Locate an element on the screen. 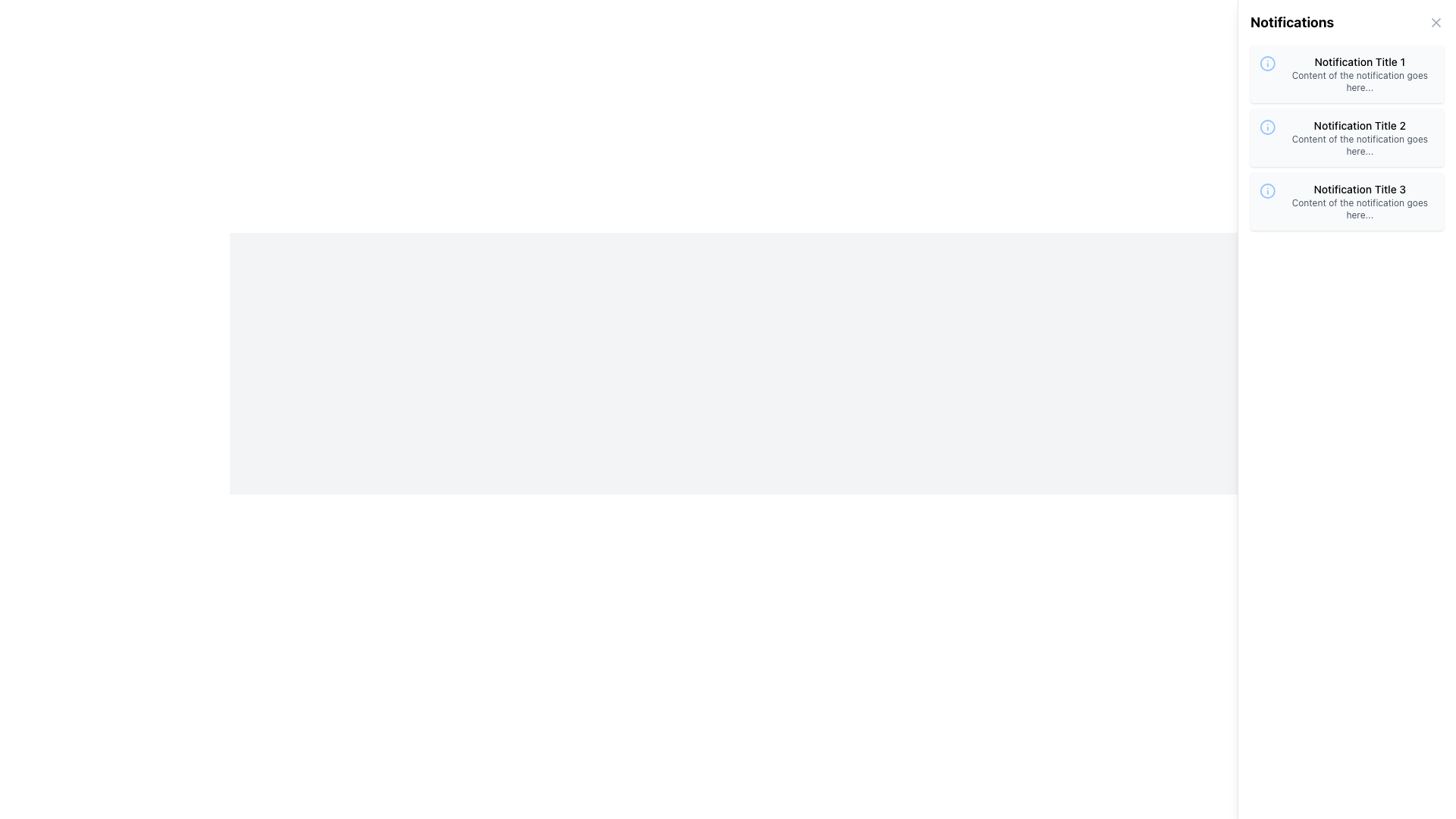  the information icon located to the left of the 'Notification Title 3' text block within the third notification item in the notification panel is located at coordinates (1267, 190).